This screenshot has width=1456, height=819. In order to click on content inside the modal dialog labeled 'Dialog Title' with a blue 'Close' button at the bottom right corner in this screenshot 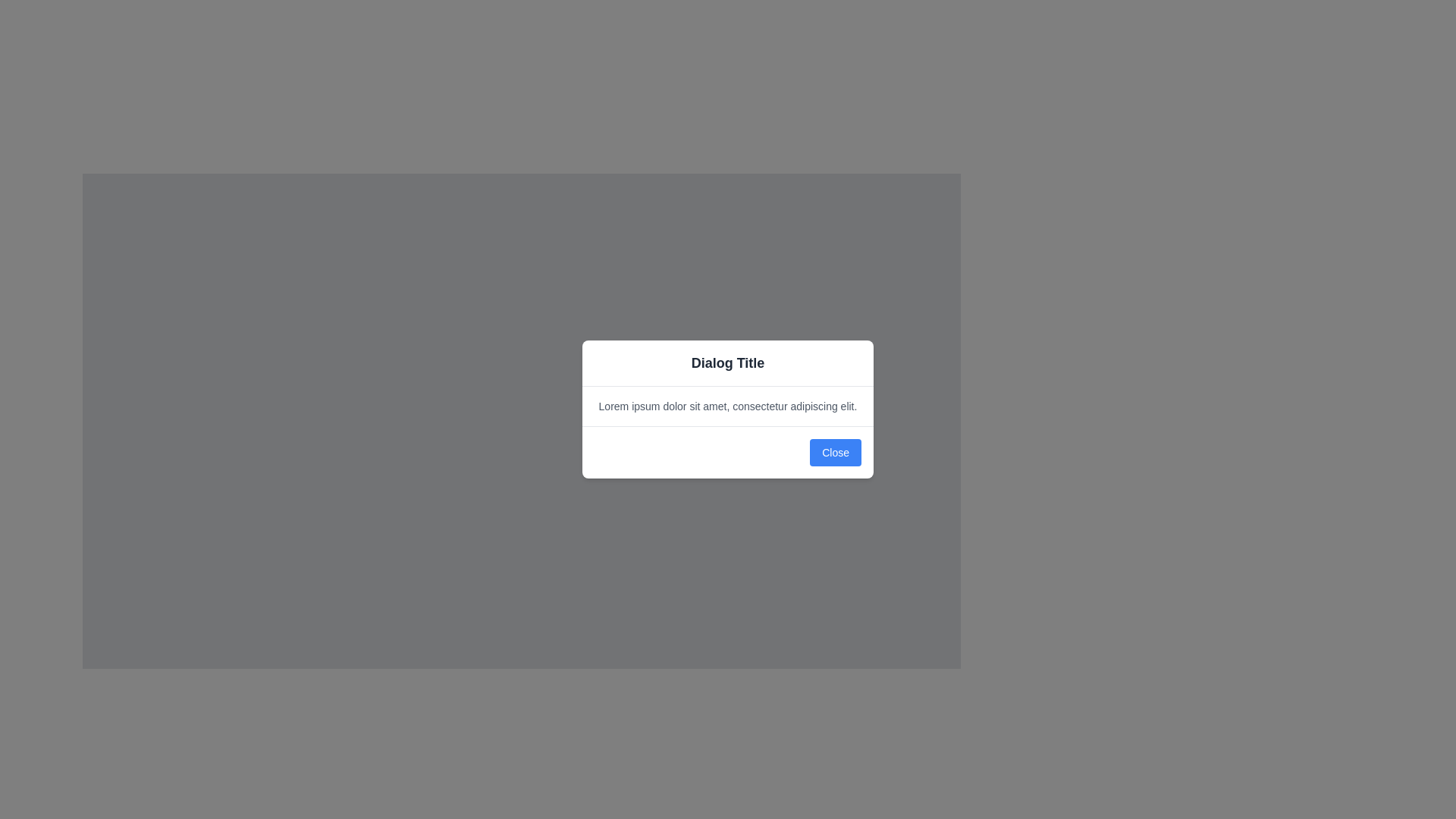, I will do `click(728, 409)`.